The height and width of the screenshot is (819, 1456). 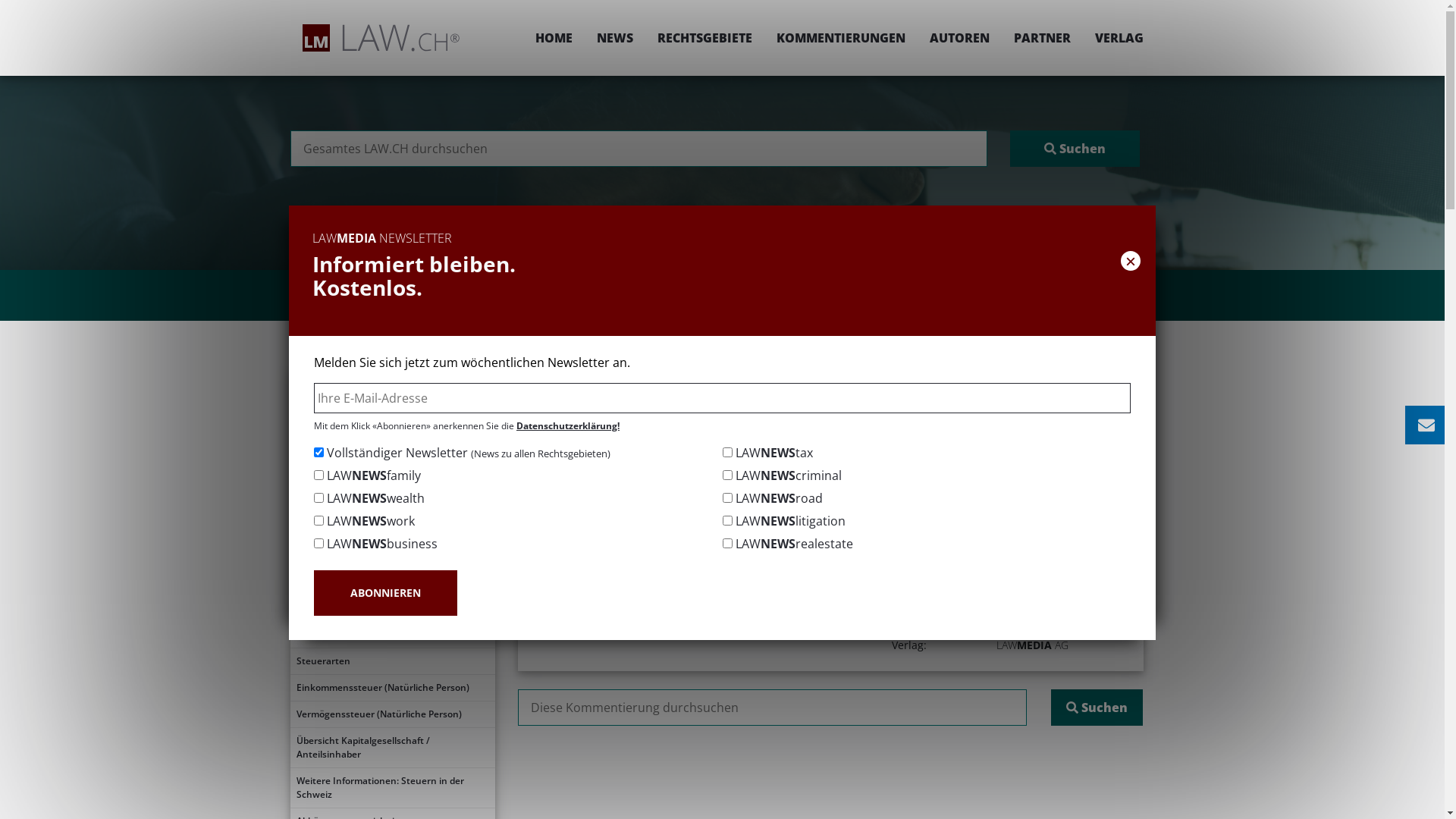 What do you see at coordinates (392, 555) in the screenshot?
I see `'Gesetzliche Grundlagen'` at bounding box center [392, 555].